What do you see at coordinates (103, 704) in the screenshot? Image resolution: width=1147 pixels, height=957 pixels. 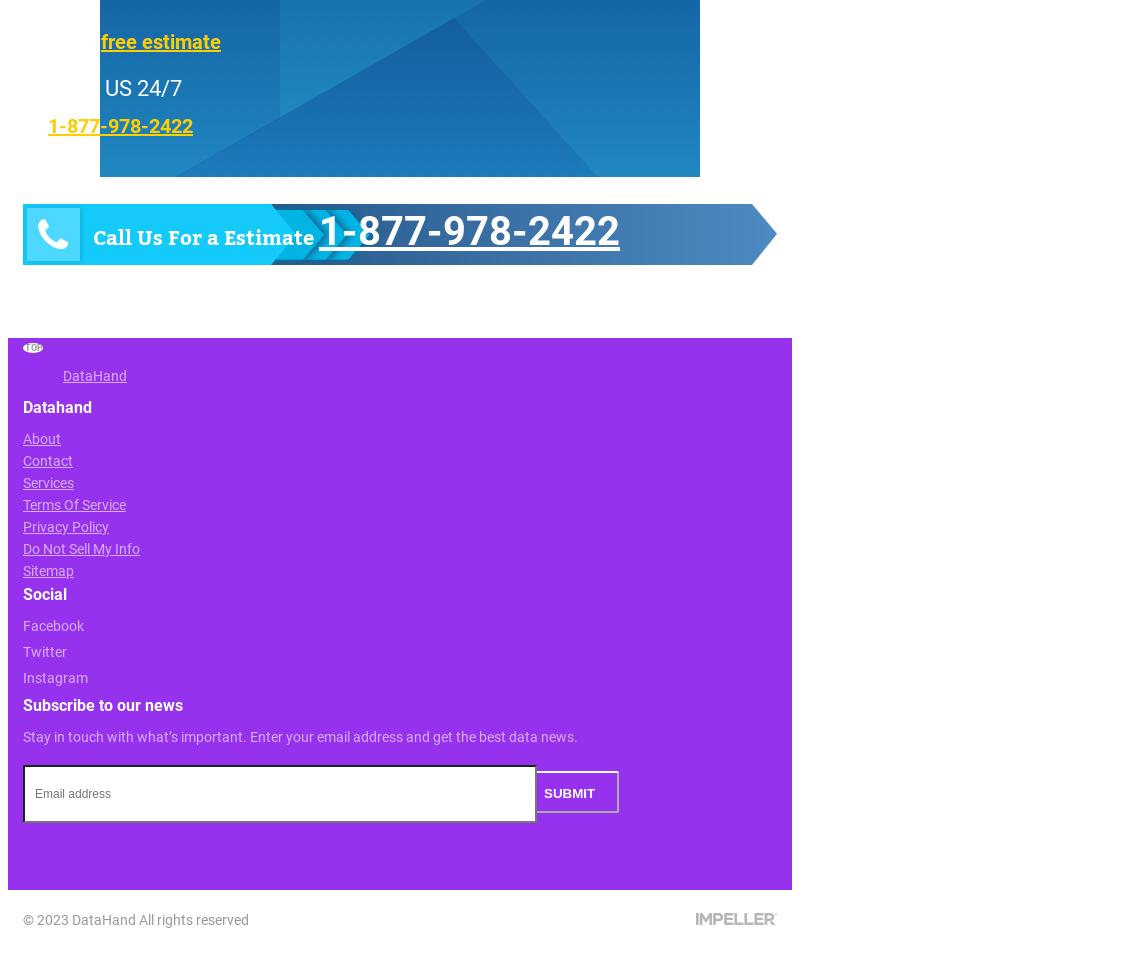 I see `'Subscribe to our news'` at bounding box center [103, 704].